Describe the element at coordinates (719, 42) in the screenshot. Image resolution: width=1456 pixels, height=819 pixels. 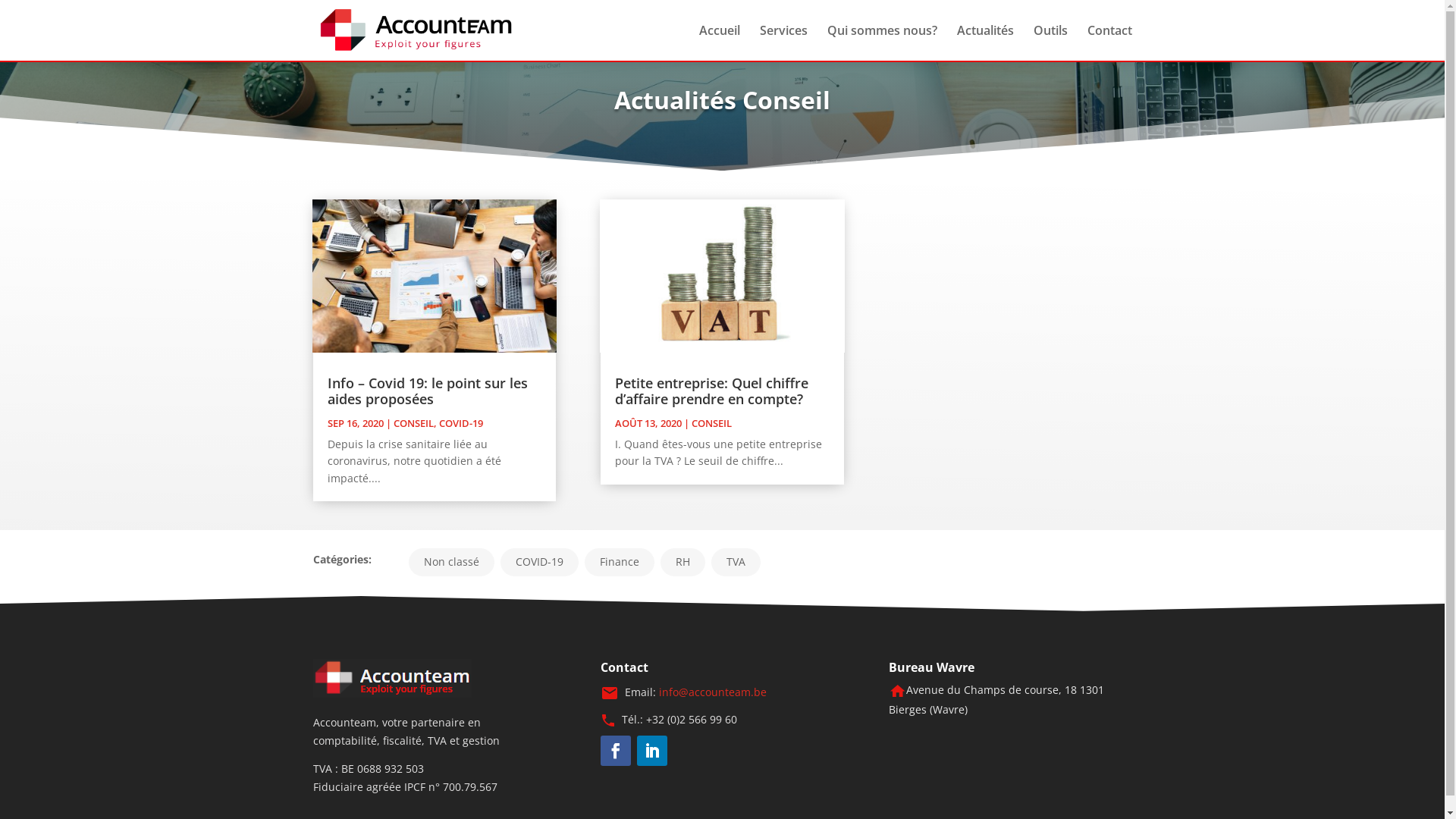
I see `'Accueil'` at that location.